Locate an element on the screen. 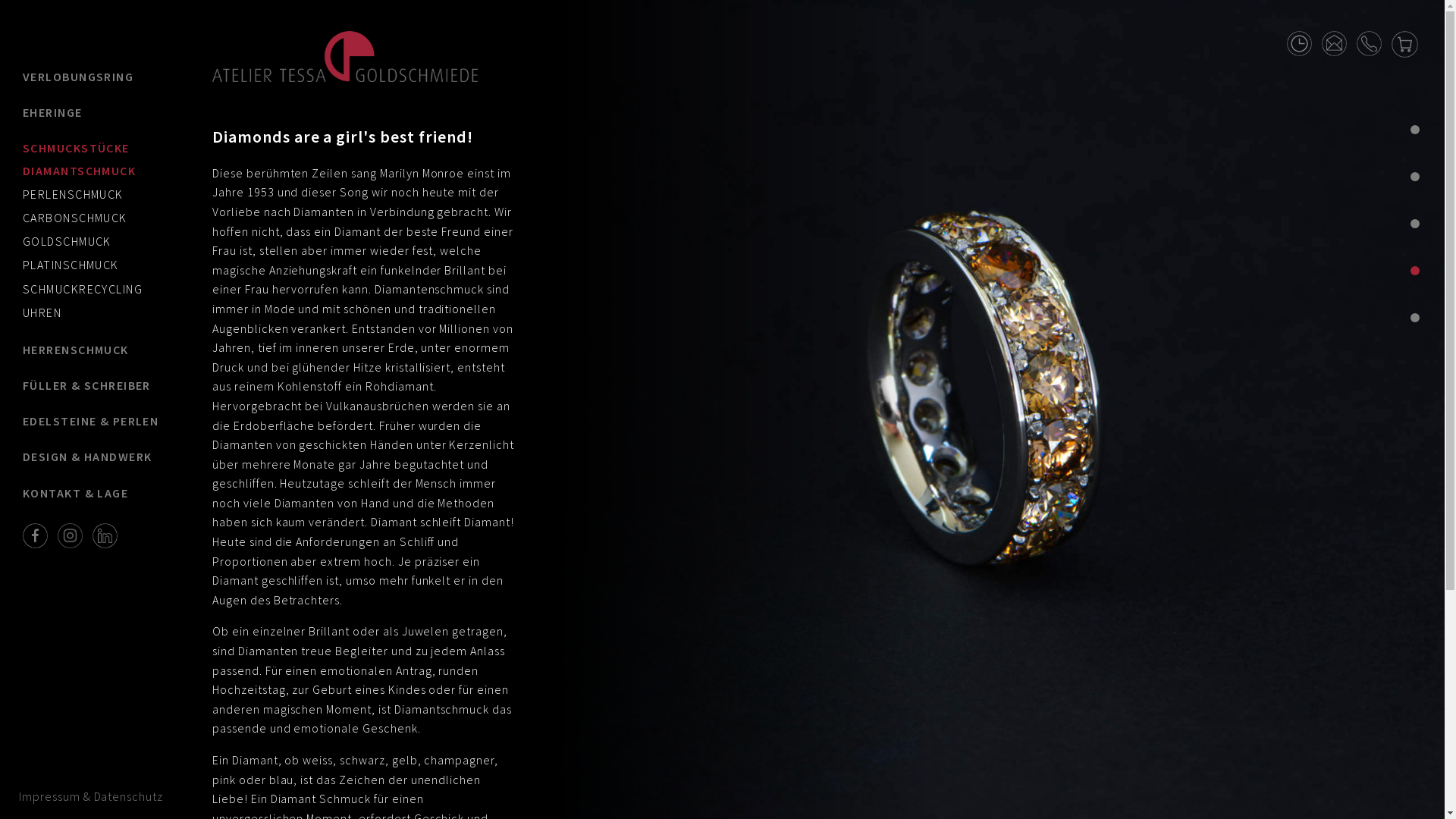 This screenshot has width=1456, height=819. 'PERLENSCHMUCK' is located at coordinates (72, 193).